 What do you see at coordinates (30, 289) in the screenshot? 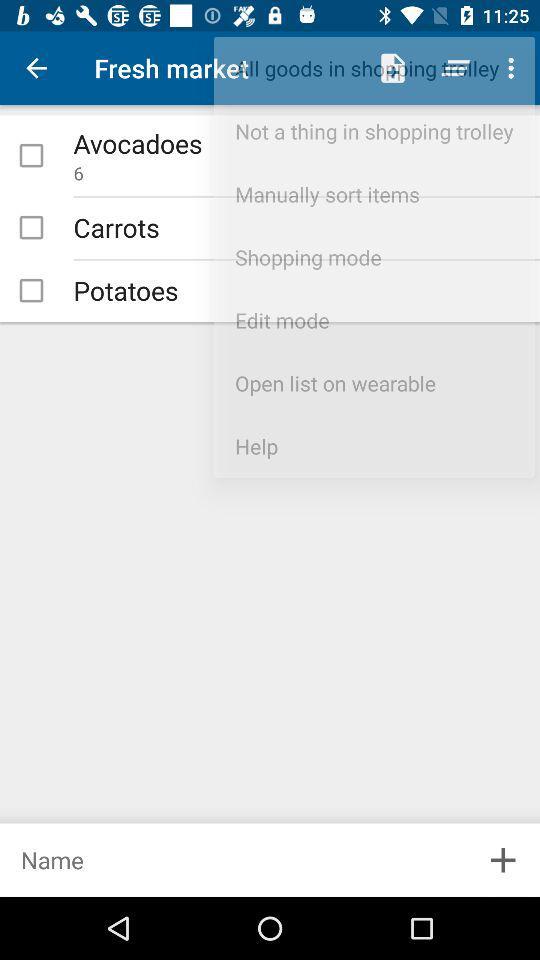
I see `option` at bounding box center [30, 289].